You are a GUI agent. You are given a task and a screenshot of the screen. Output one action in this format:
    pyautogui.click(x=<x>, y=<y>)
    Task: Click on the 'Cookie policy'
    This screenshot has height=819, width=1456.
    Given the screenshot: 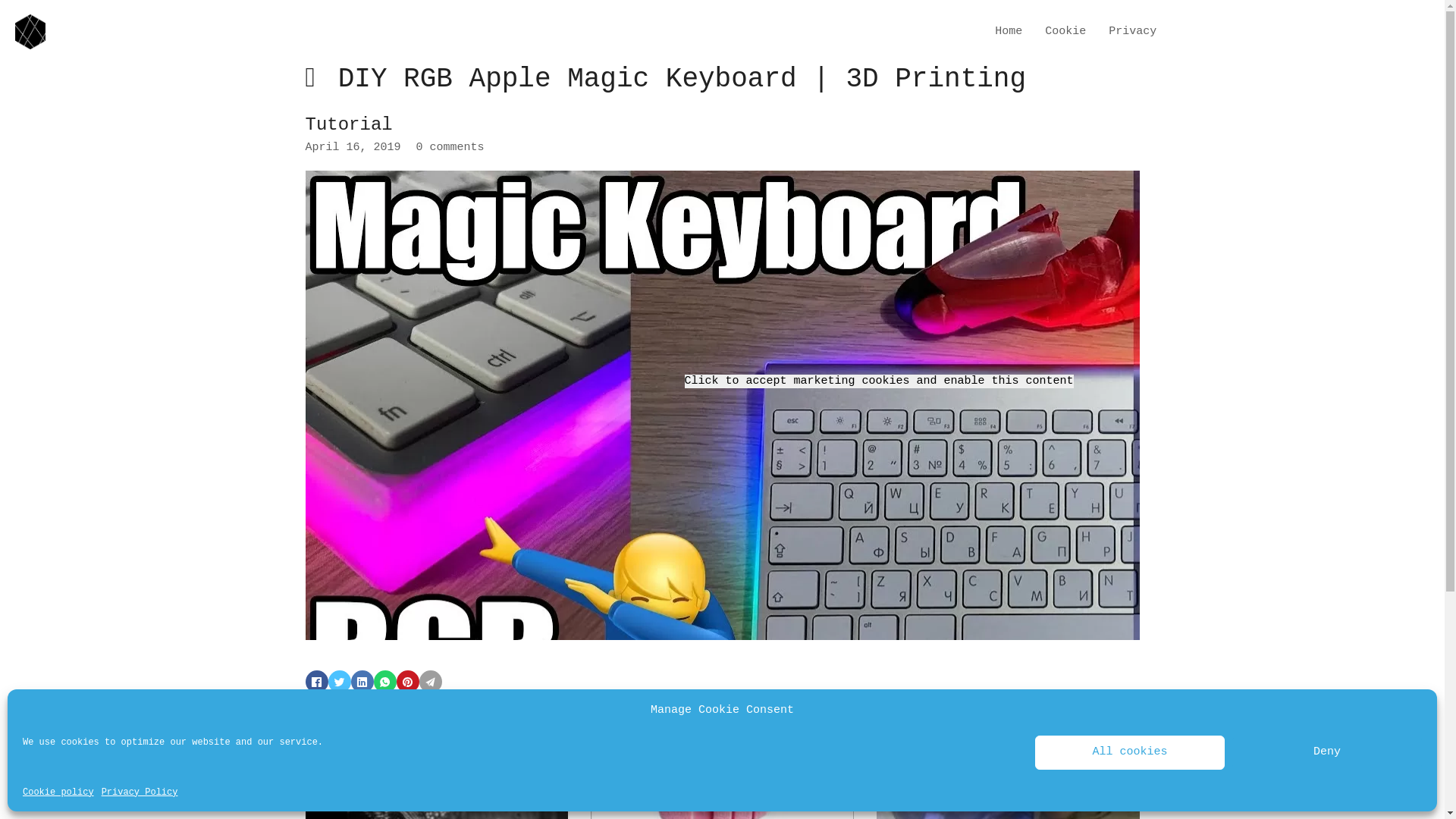 What is the action you would take?
    pyautogui.click(x=58, y=792)
    